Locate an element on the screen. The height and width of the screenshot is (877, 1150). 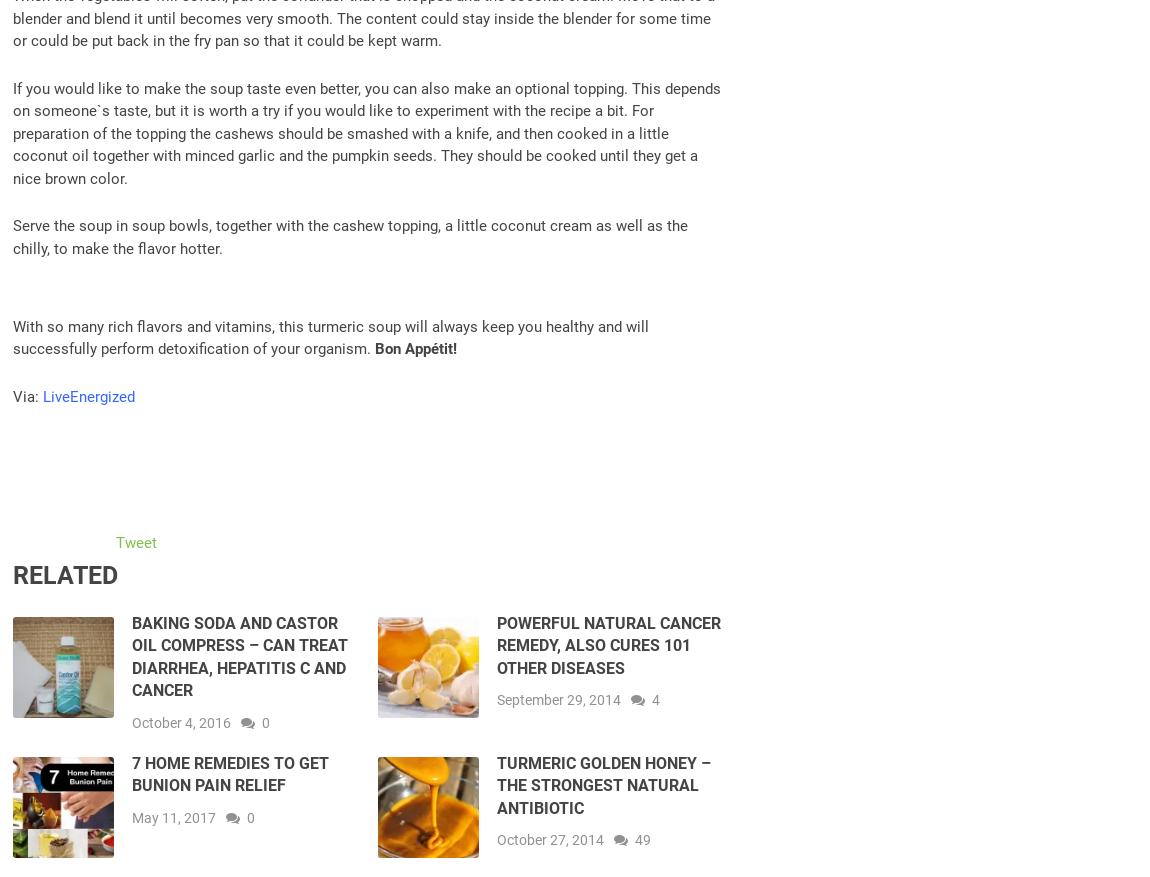
'Turmeric Golden Honey – The Strongest Natural Antibiotic' is located at coordinates (601, 784).